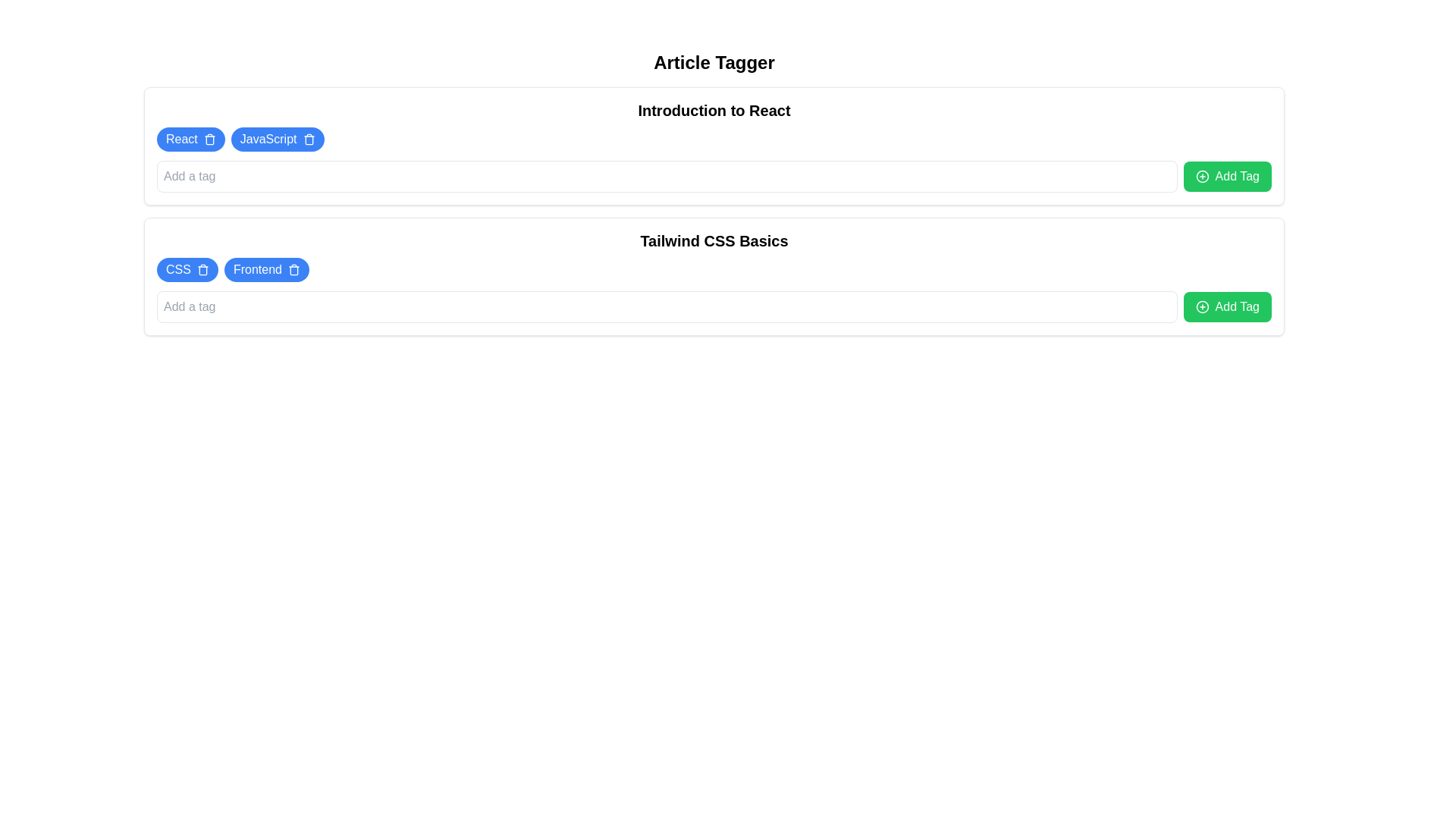  What do you see at coordinates (1201, 175) in the screenshot?
I see `the circle-plus icon located within the green 'Add Tag' button, positioned to the left of the text, to indicate it can be clicked for addition` at bounding box center [1201, 175].